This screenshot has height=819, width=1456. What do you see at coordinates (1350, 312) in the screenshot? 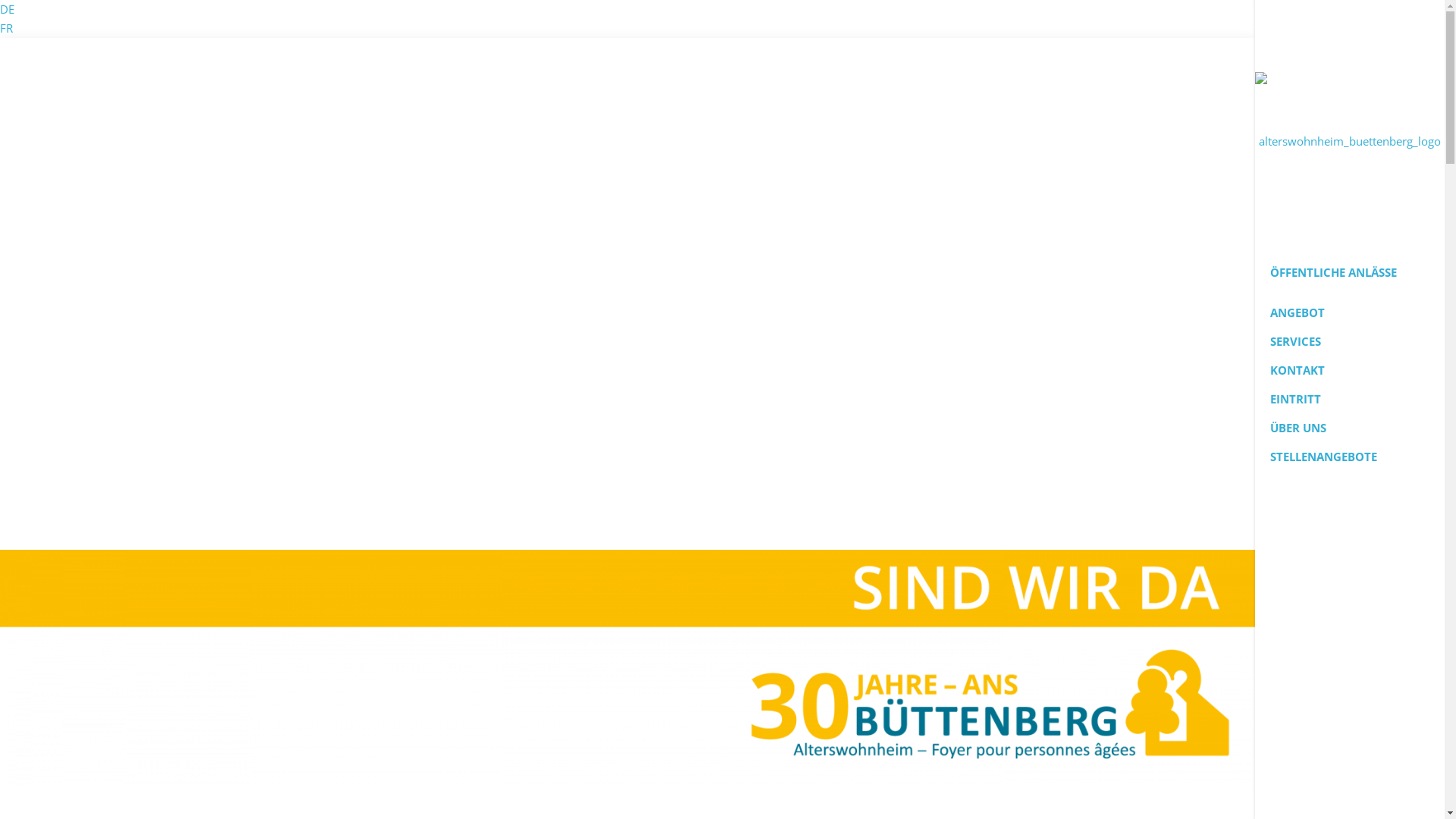
I see `'ANGEBOT'` at bounding box center [1350, 312].